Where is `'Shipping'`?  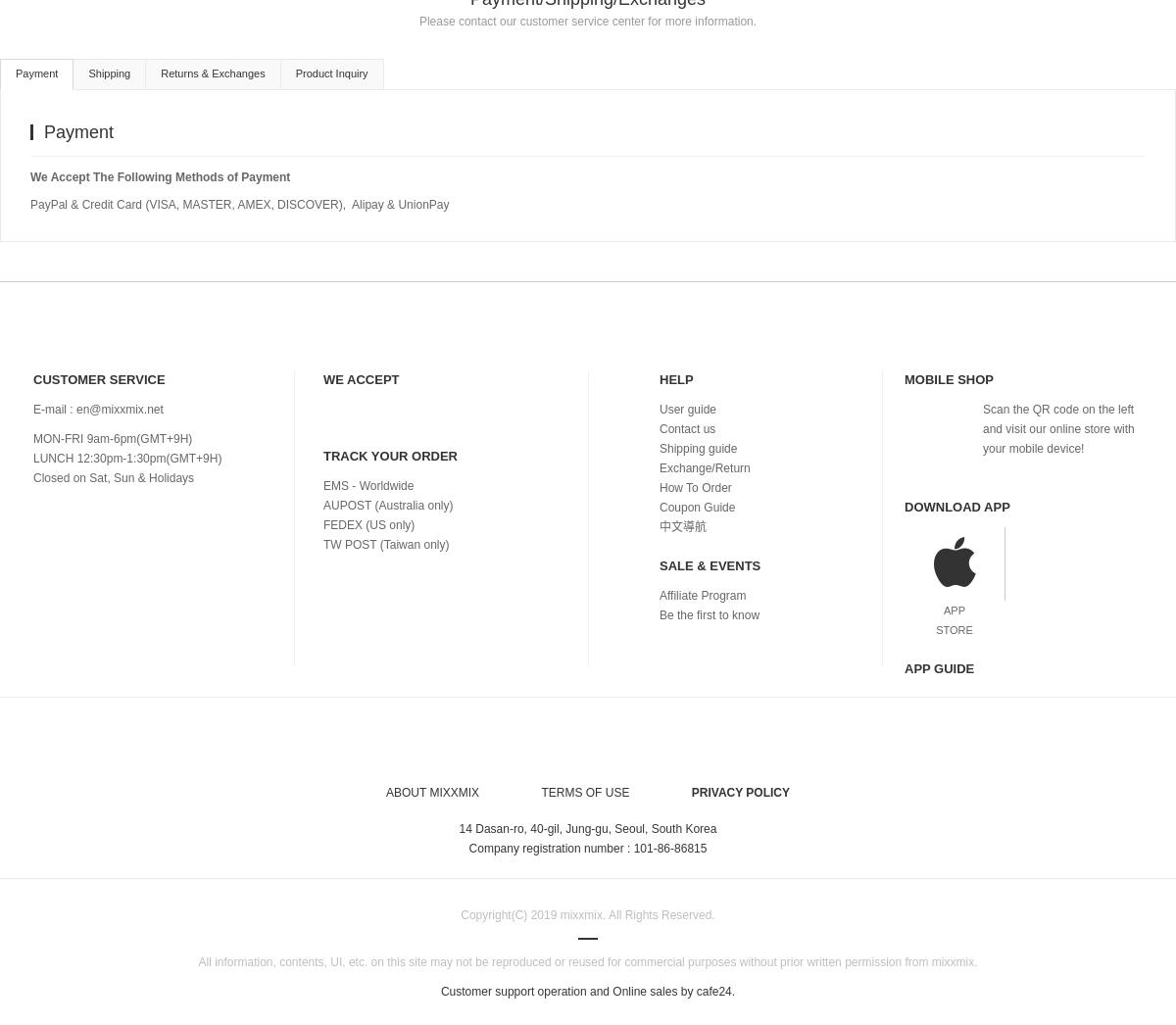 'Shipping' is located at coordinates (109, 72).